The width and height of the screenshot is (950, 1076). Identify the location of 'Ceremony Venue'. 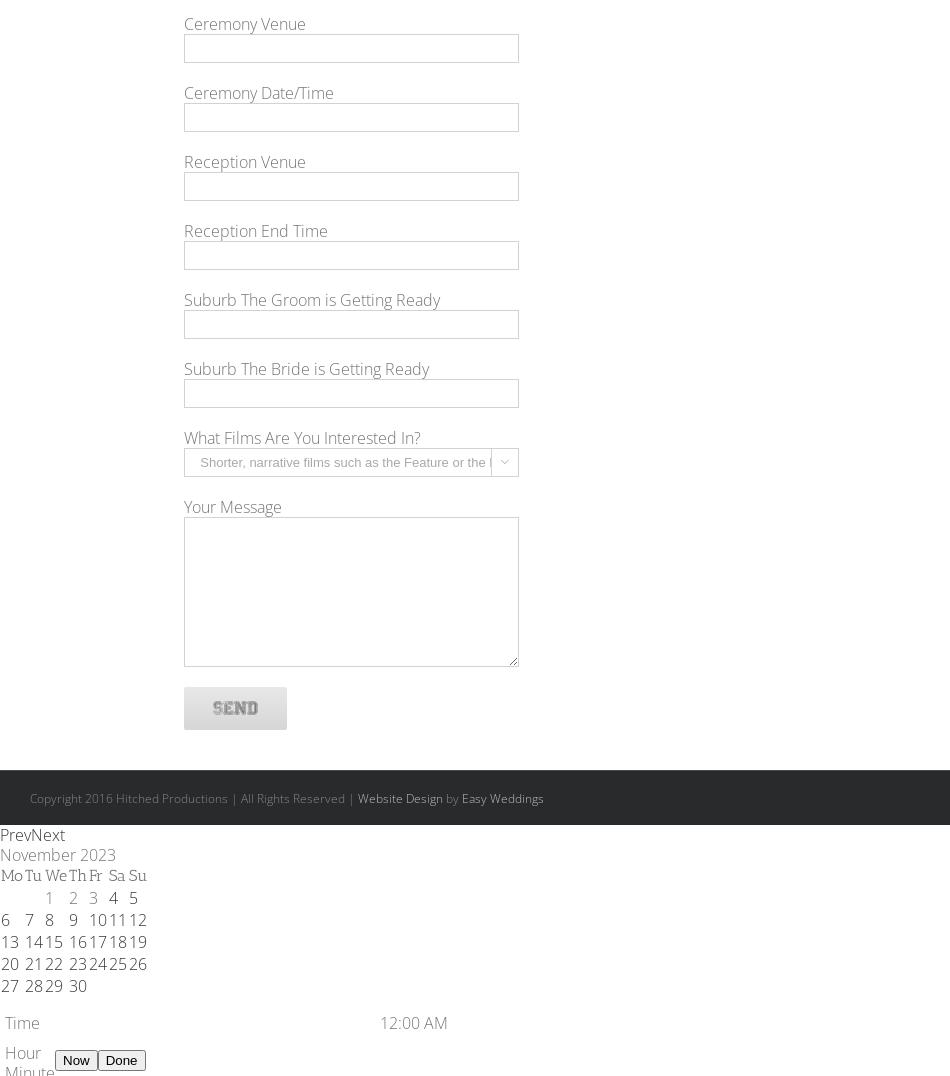
(244, 22).